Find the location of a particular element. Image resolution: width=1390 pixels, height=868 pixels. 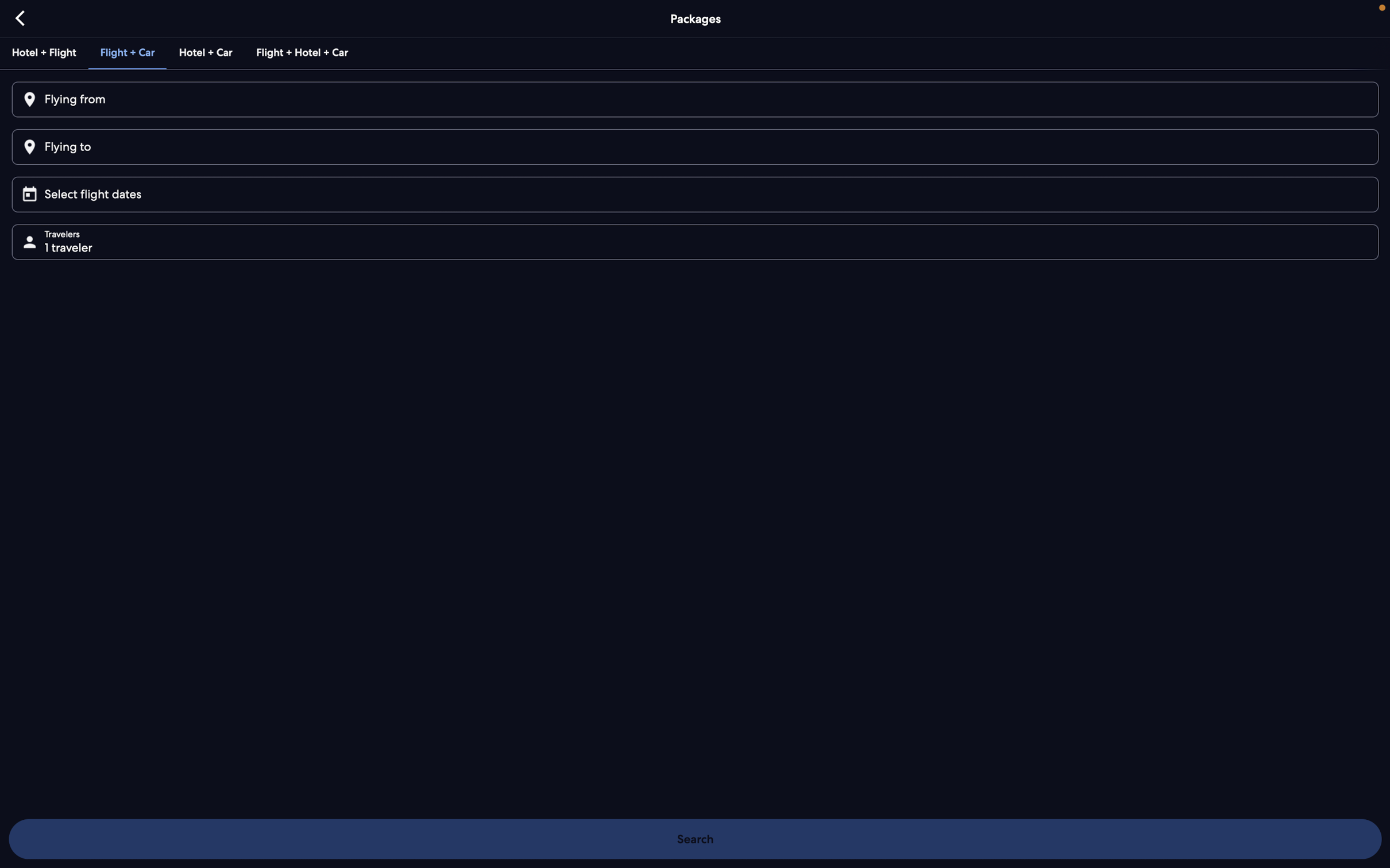

the option for a flight and car package is located at coordinates (125, 51).